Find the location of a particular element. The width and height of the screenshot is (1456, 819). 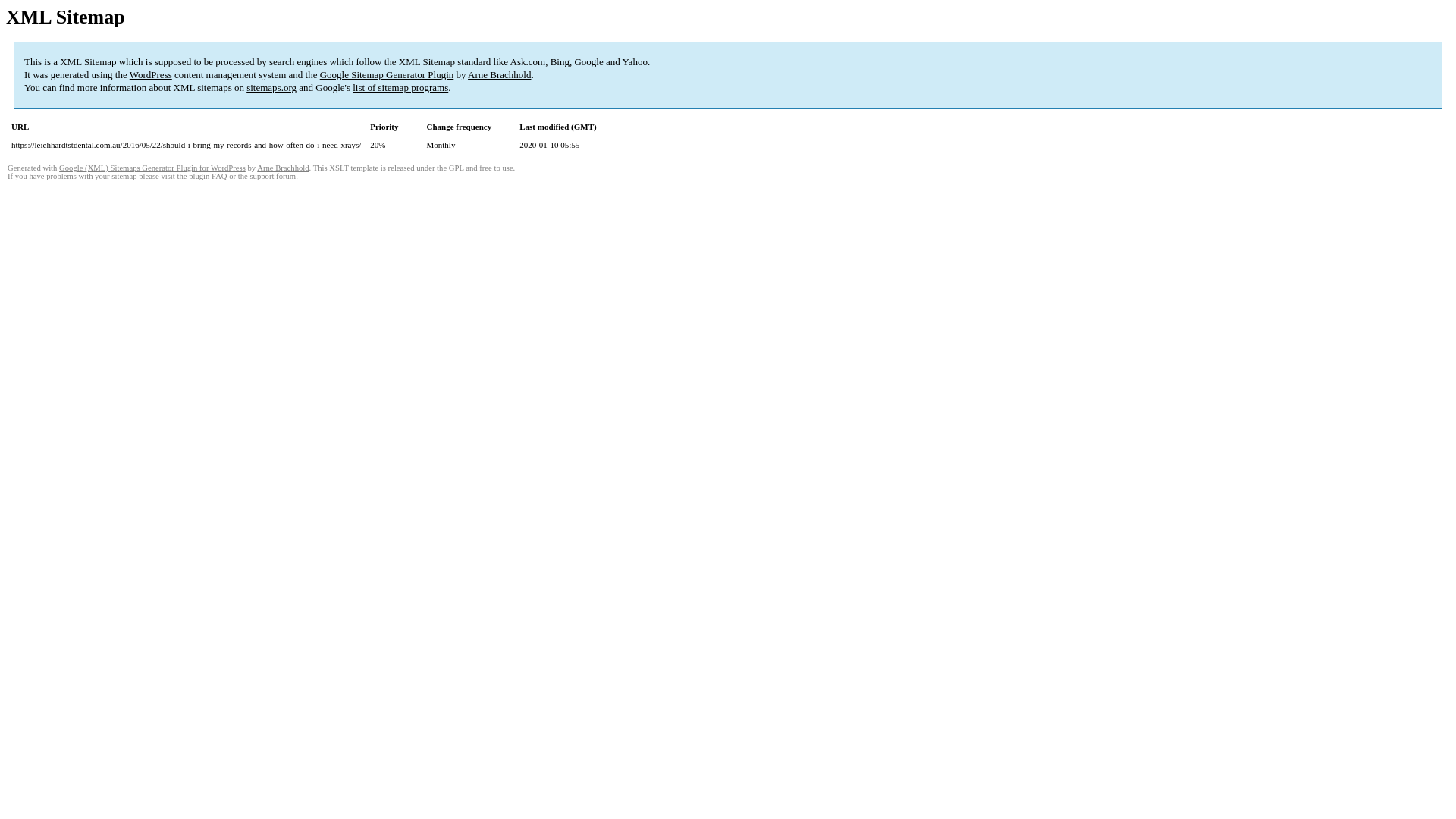

'support forum' is located at coordinates (272, 175).